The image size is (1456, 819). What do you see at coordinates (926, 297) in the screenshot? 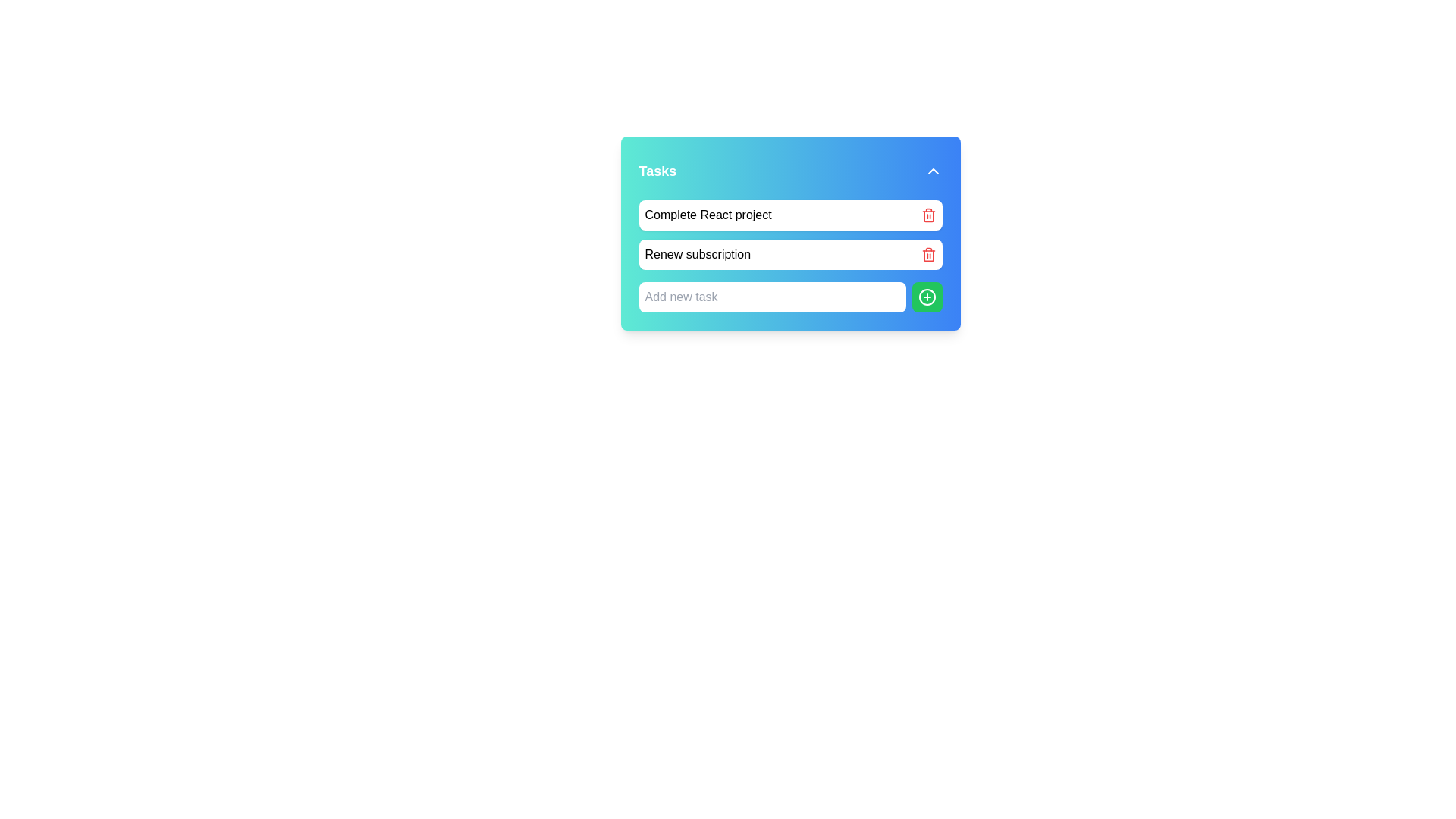
I see `the circular '+' button with a green background located in the bottom-right corner of the card widget` at bounding box center [926, 297].